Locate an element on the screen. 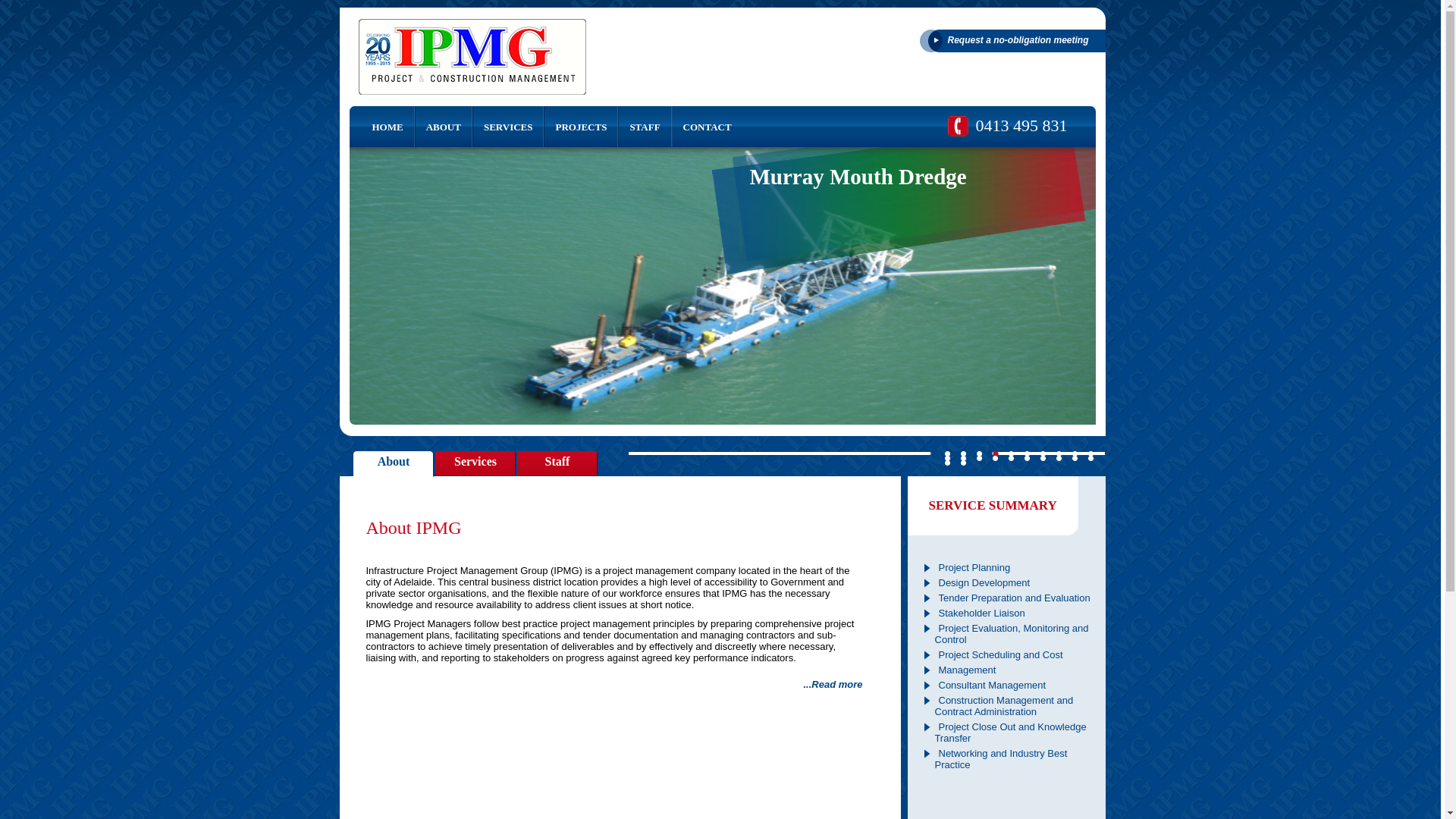 The height and width of the screenshot is (819, 1456). '20' is located at coordinates (1090, 457).